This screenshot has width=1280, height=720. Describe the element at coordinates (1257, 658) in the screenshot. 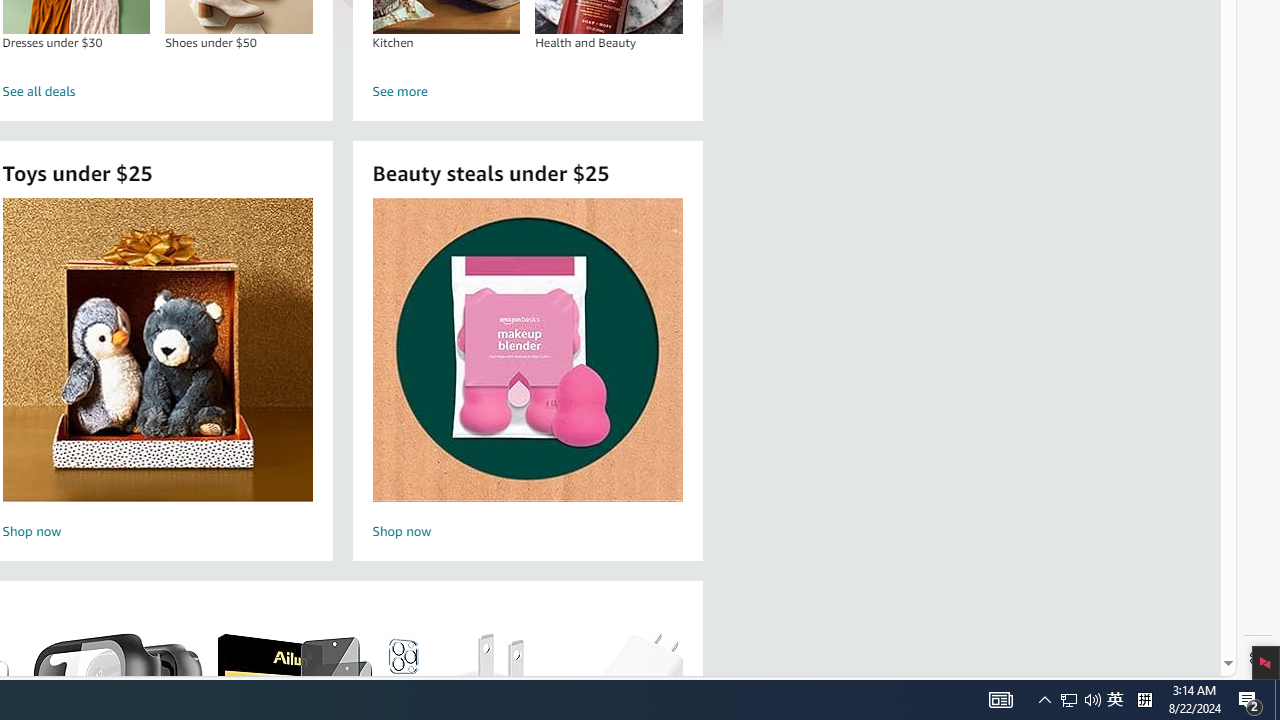

I see `'Settings'` at that location.